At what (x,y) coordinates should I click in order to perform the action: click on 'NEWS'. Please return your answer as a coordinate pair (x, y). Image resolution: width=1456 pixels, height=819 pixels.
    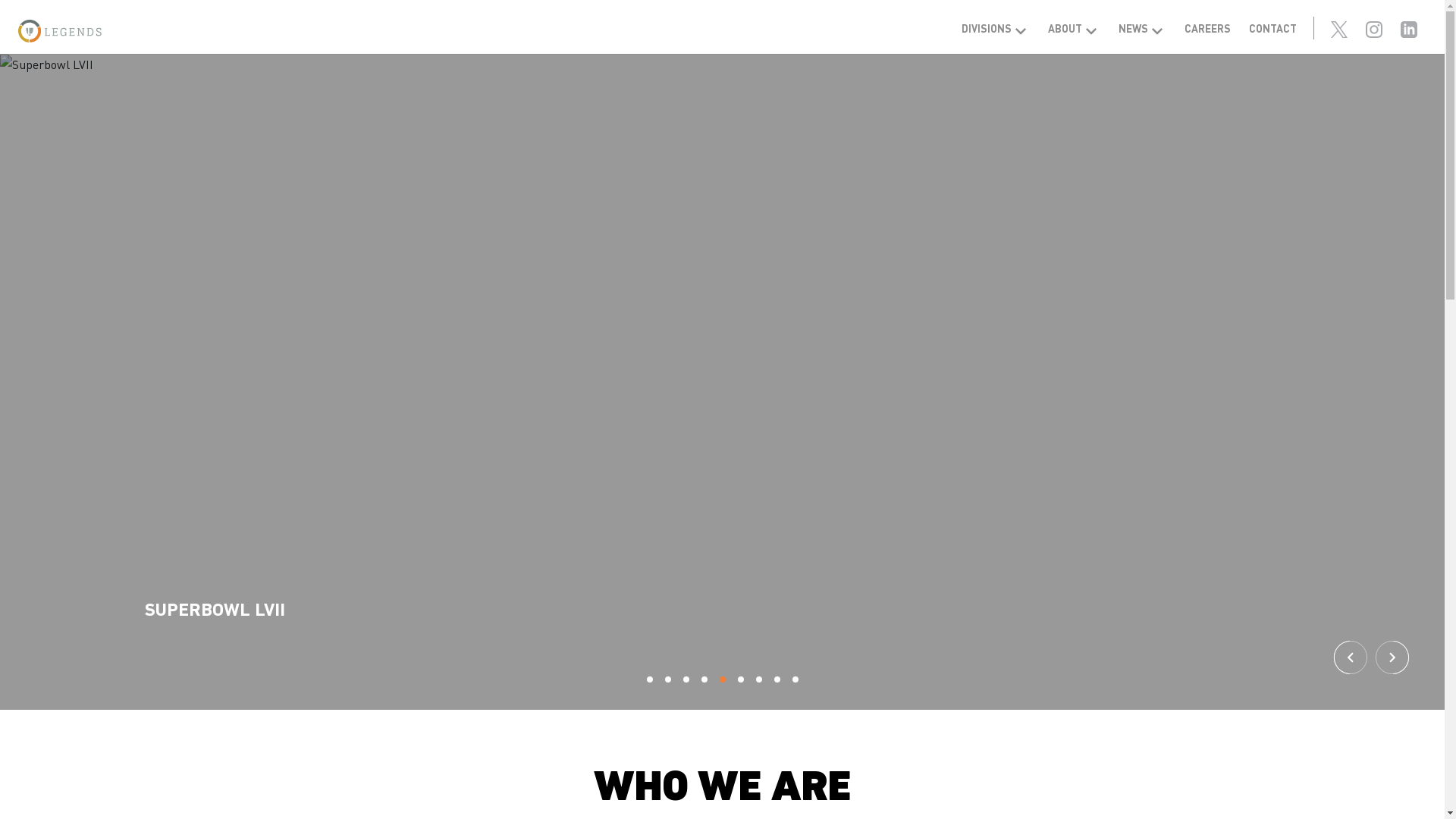
    Looking at the image, I should click on (1142, 28).